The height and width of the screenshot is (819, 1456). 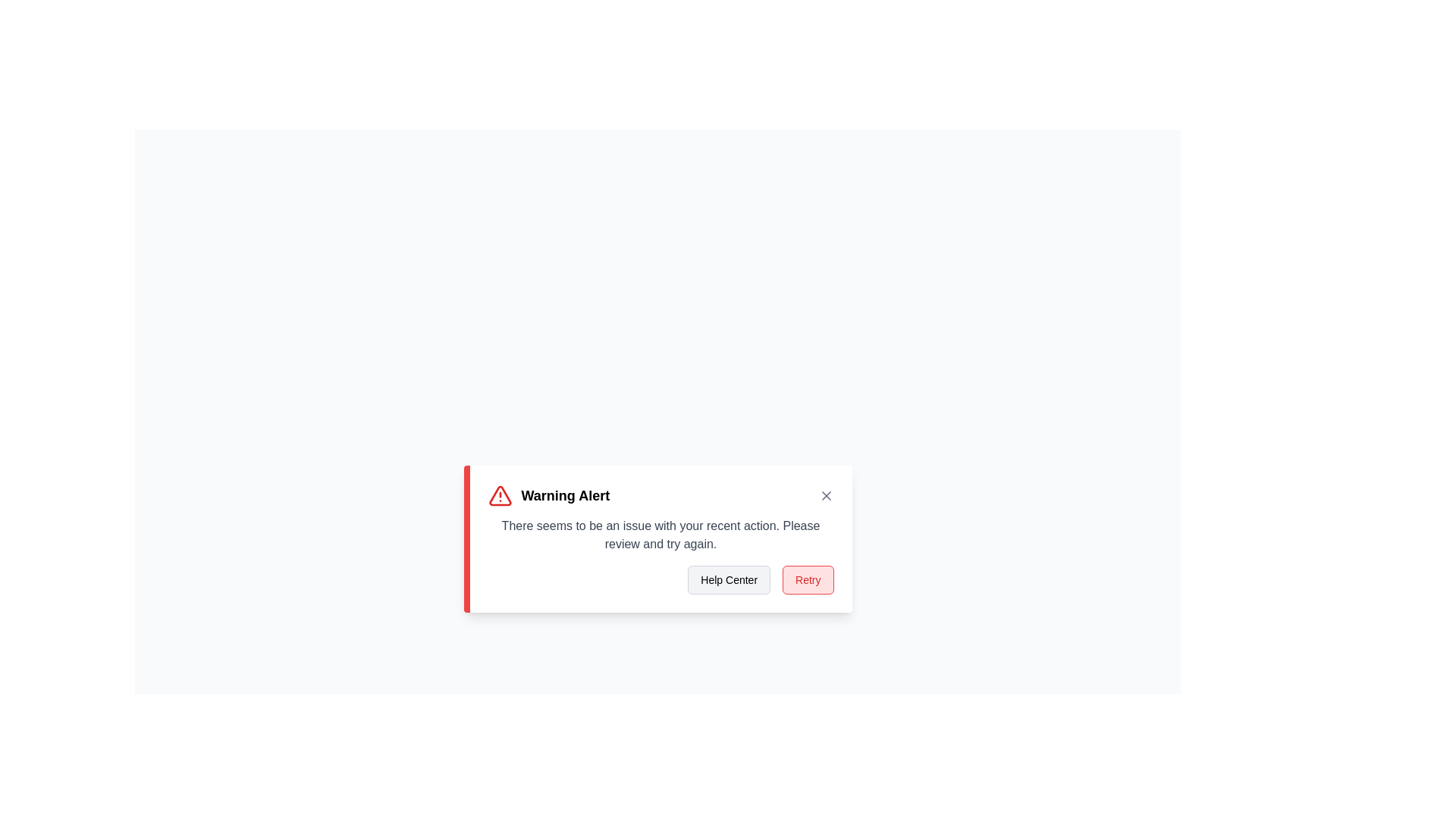 I want to click on the warning icon to display the tooltip, so click(x=500, y=496).